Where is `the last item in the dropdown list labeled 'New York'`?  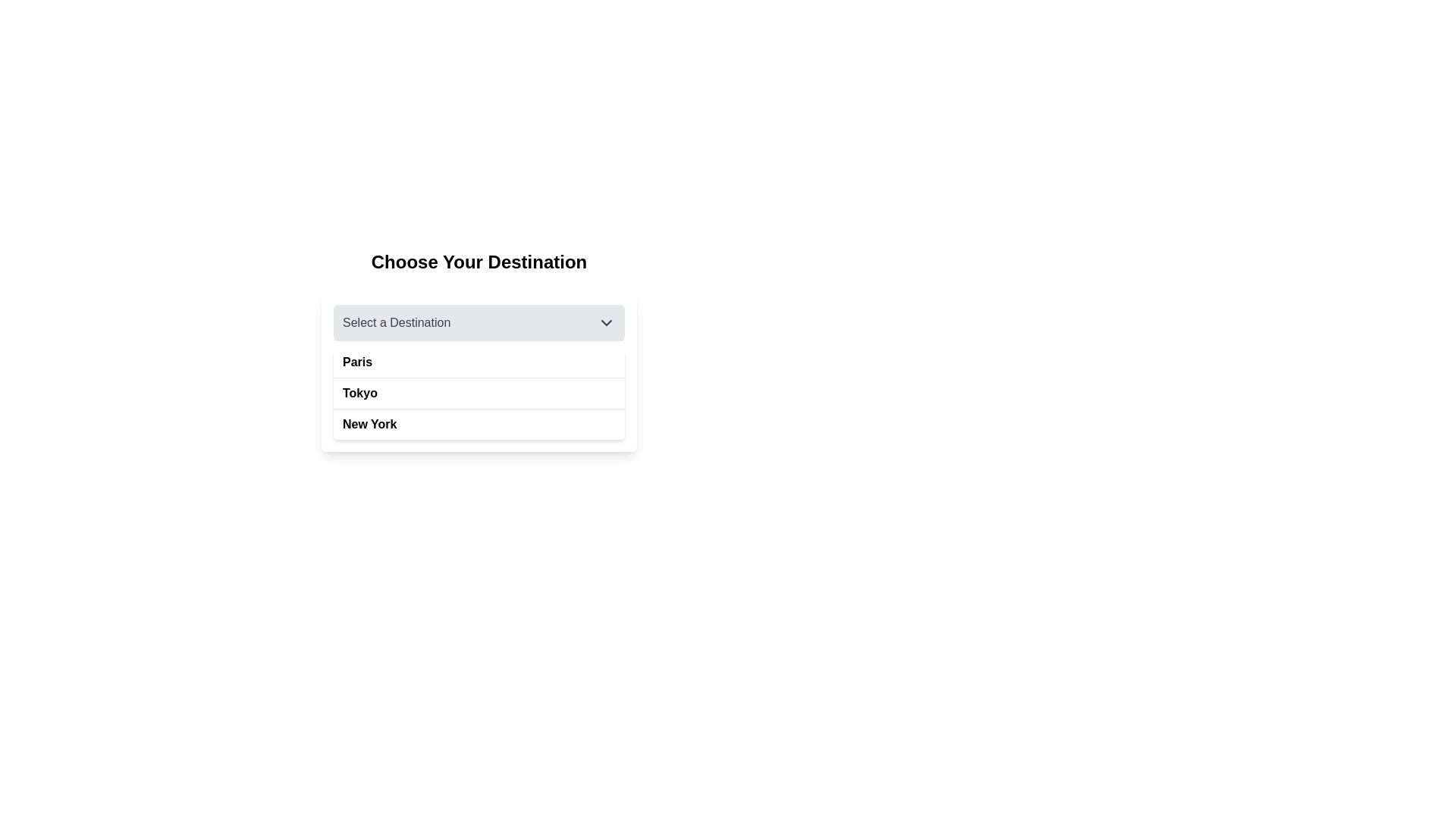 the last item in the dropdown list labeled 'New York' is located at coordinates (479, 424).